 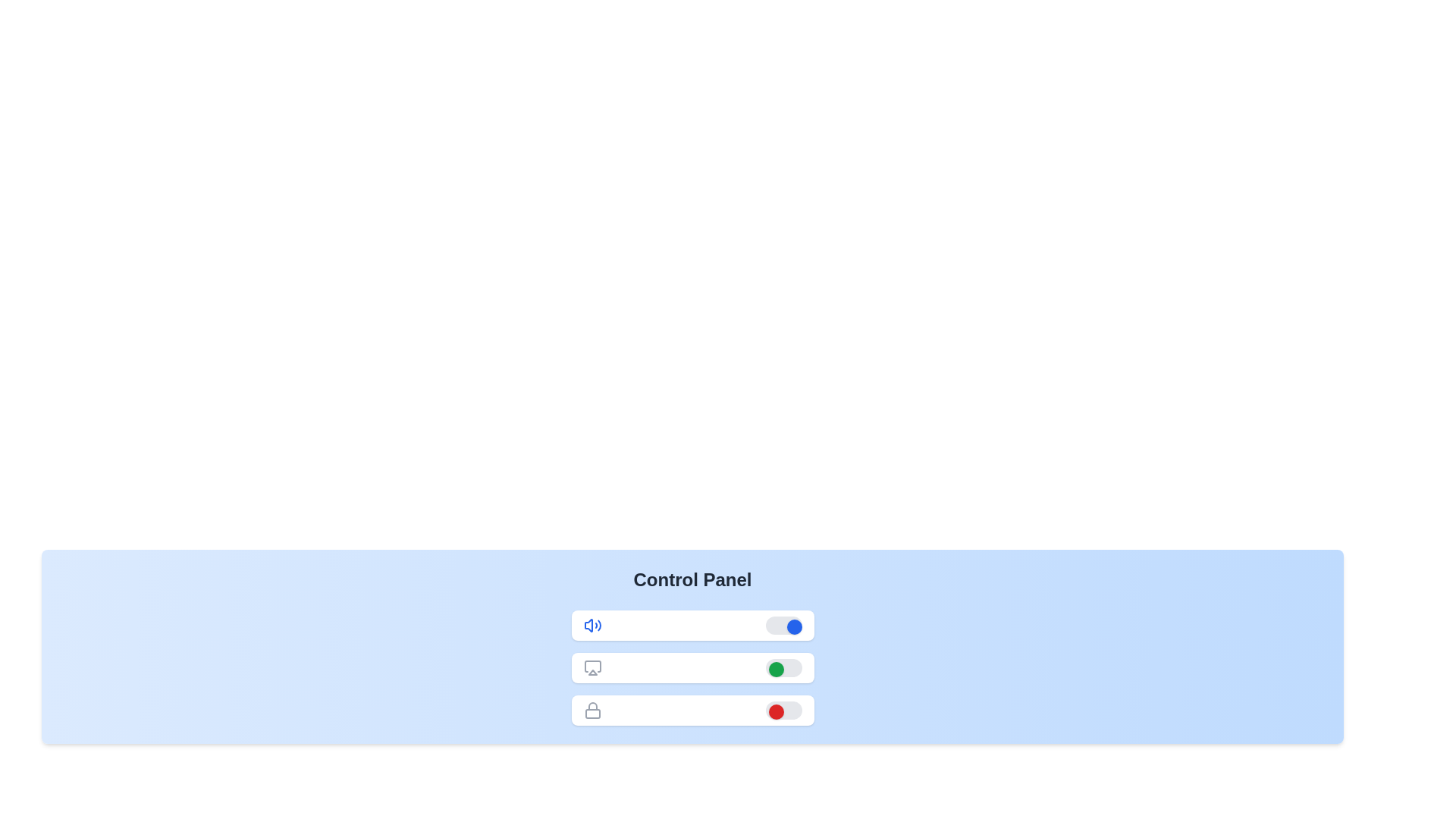 What do you see at coordinates (776, 669) in the screenshot?
I see `the active state indicator of the toggle switch located on the second row of the vertically-aligned control panel` at bounding box center [776, 669].